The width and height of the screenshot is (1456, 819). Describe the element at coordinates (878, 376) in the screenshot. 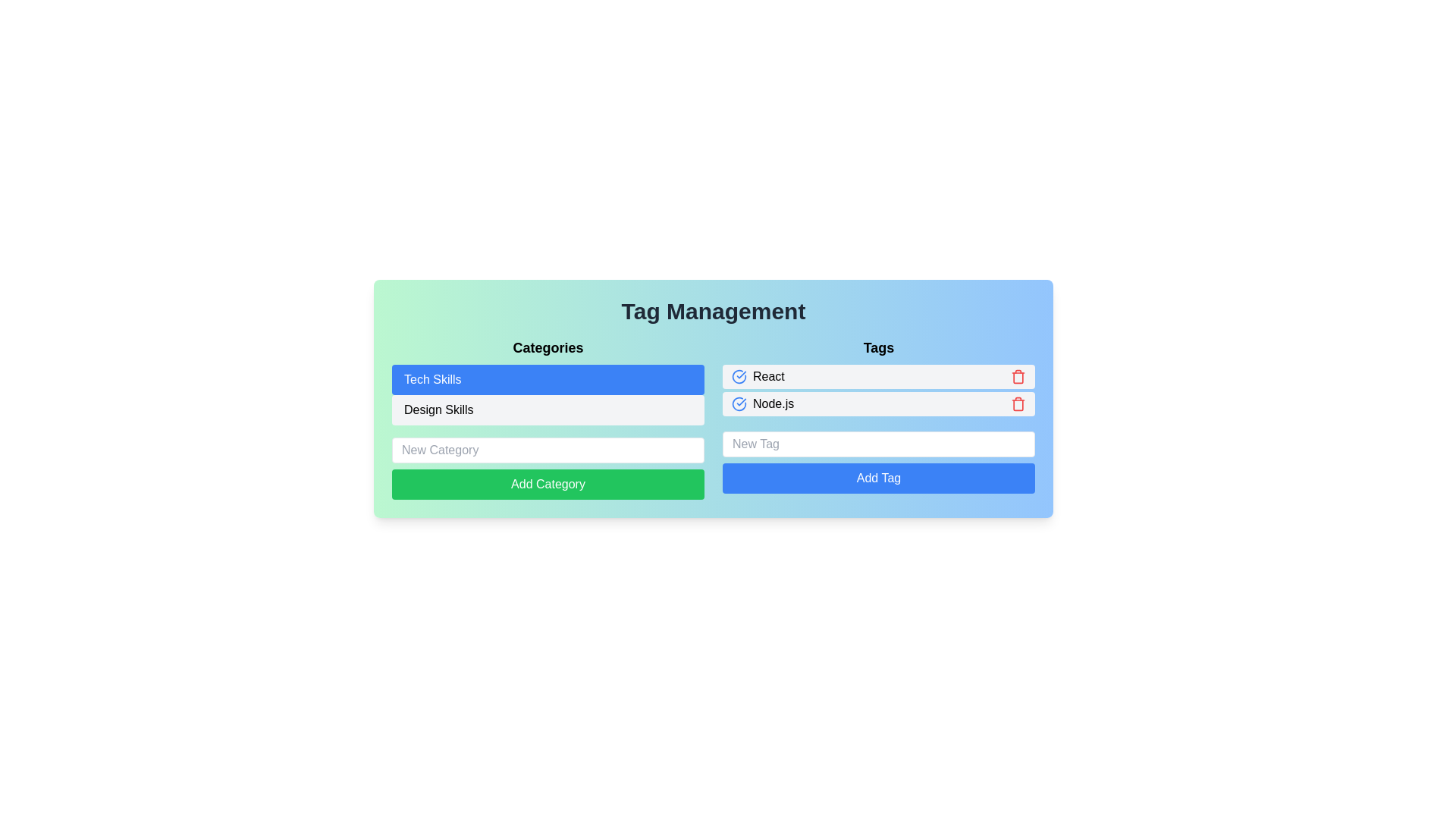

I see `the 'React' tag item in the 'Tags' section to trigger a tooltip or highlighting effect` at that location.